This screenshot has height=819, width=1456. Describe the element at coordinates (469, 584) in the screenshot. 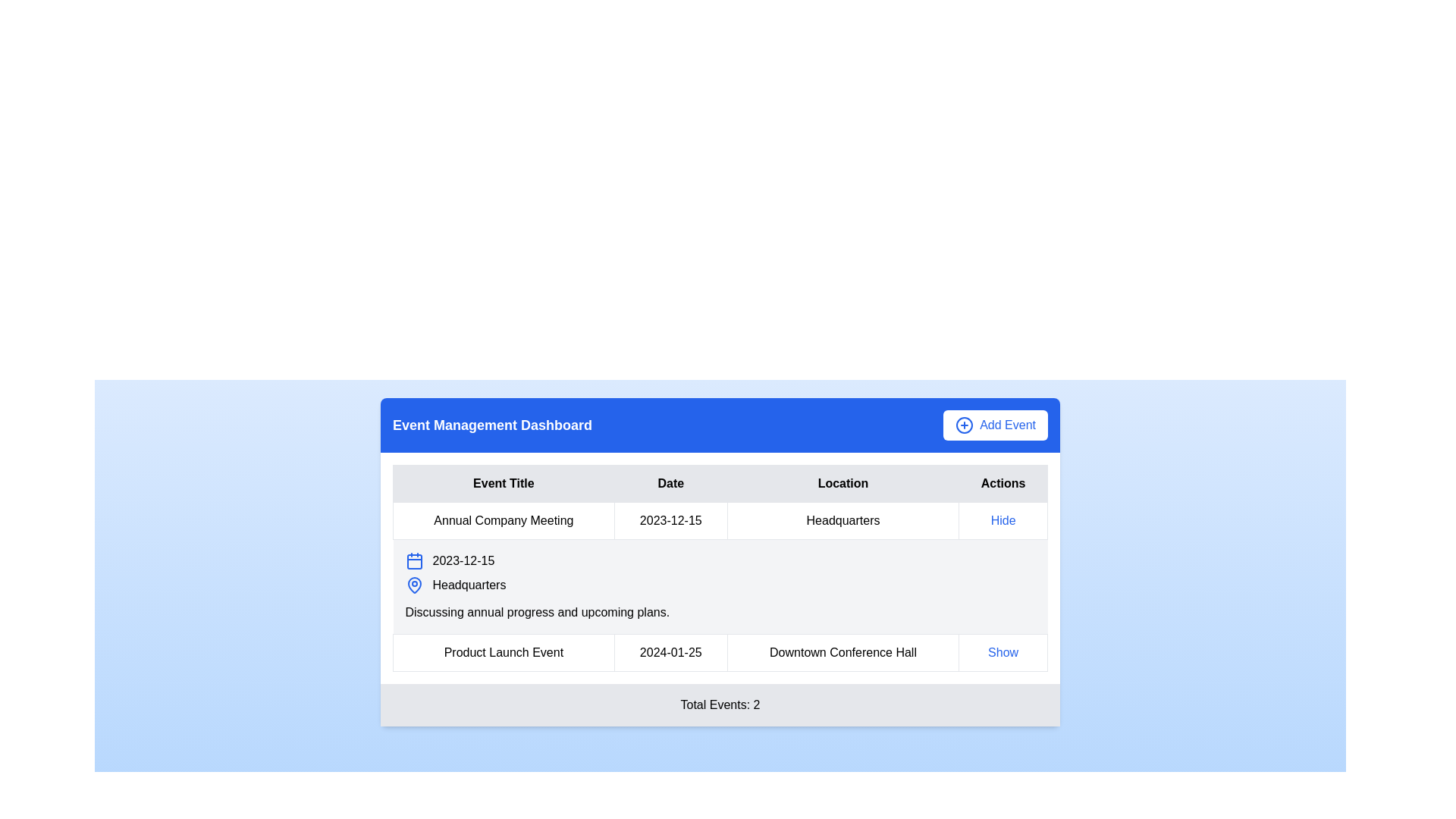

I see `the label displaying the location of the event in the 'Location' column of the 'Annual Company Meeting' row, which is found beneath a blue pin icon within a tabular layout` at that location.